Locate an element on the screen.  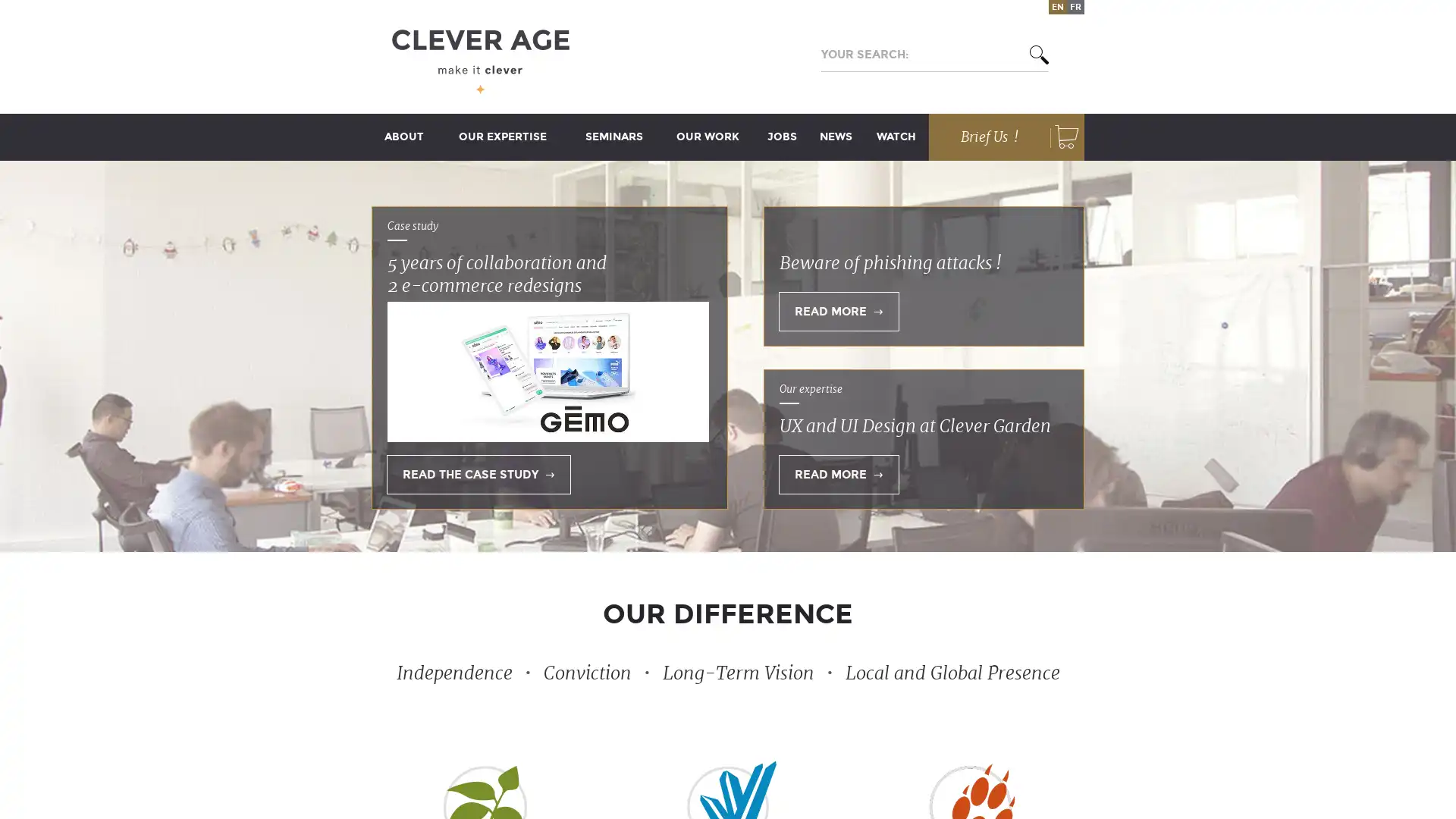
Start searching is located at coordinates (1030, 54).